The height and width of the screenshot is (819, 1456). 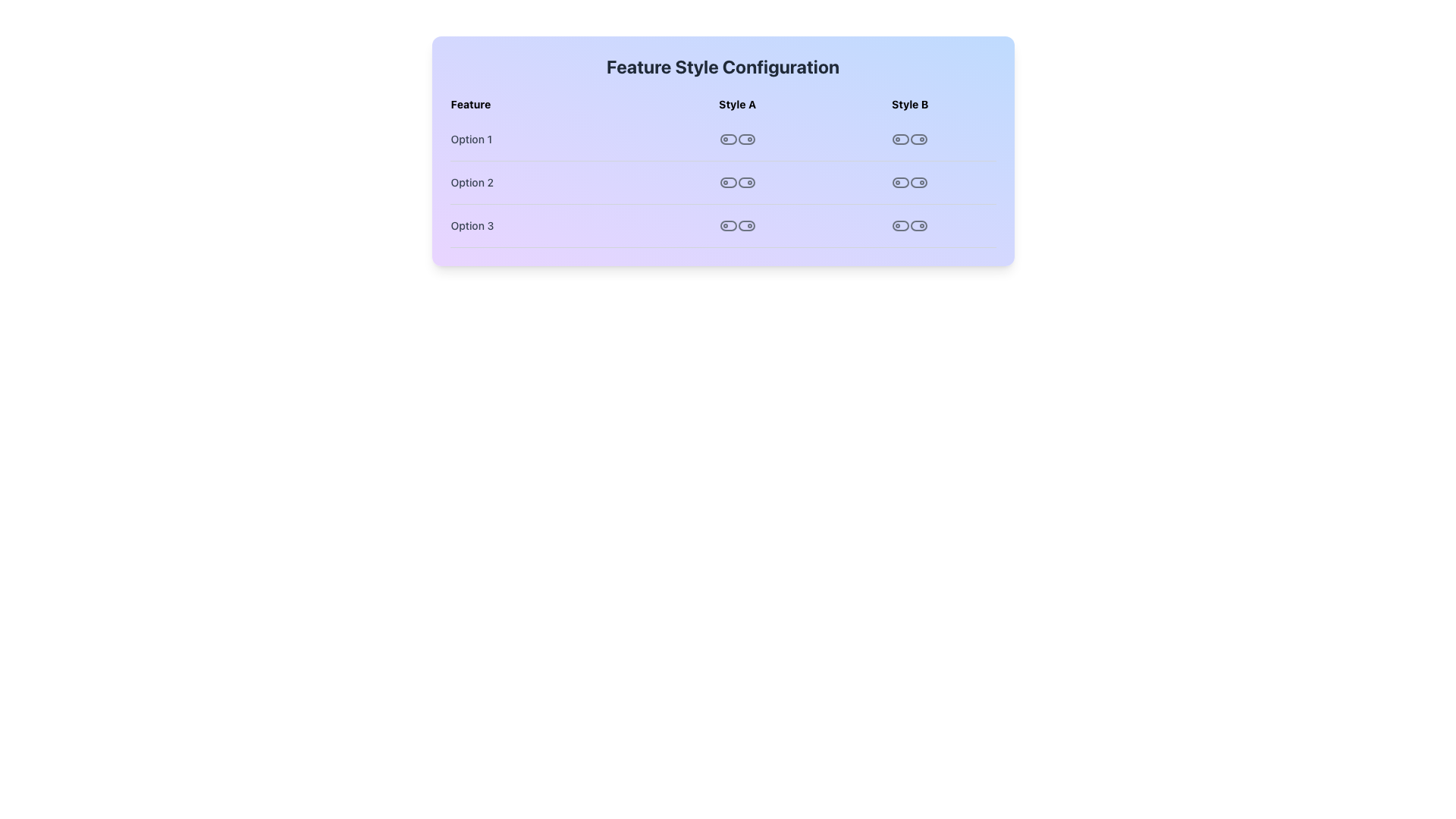 What do you see at coordinates (722, 225) in the screenshot?
I see `the toggle switches in the third row of the table labeled 'Option 3'` at bounding box center [722, 225].